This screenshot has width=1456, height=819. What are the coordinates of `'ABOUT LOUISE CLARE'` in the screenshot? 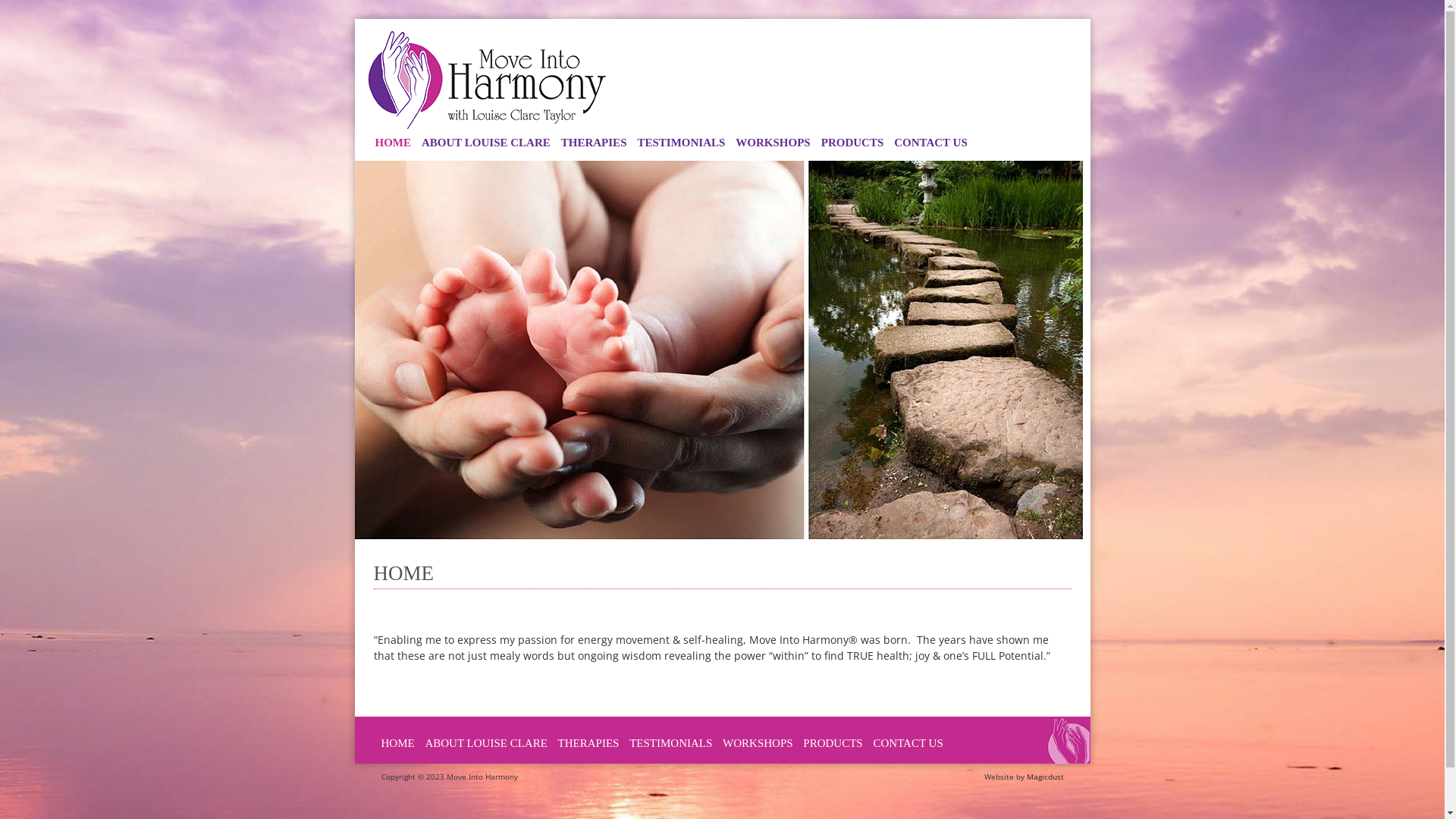 It's located at (425, 742).